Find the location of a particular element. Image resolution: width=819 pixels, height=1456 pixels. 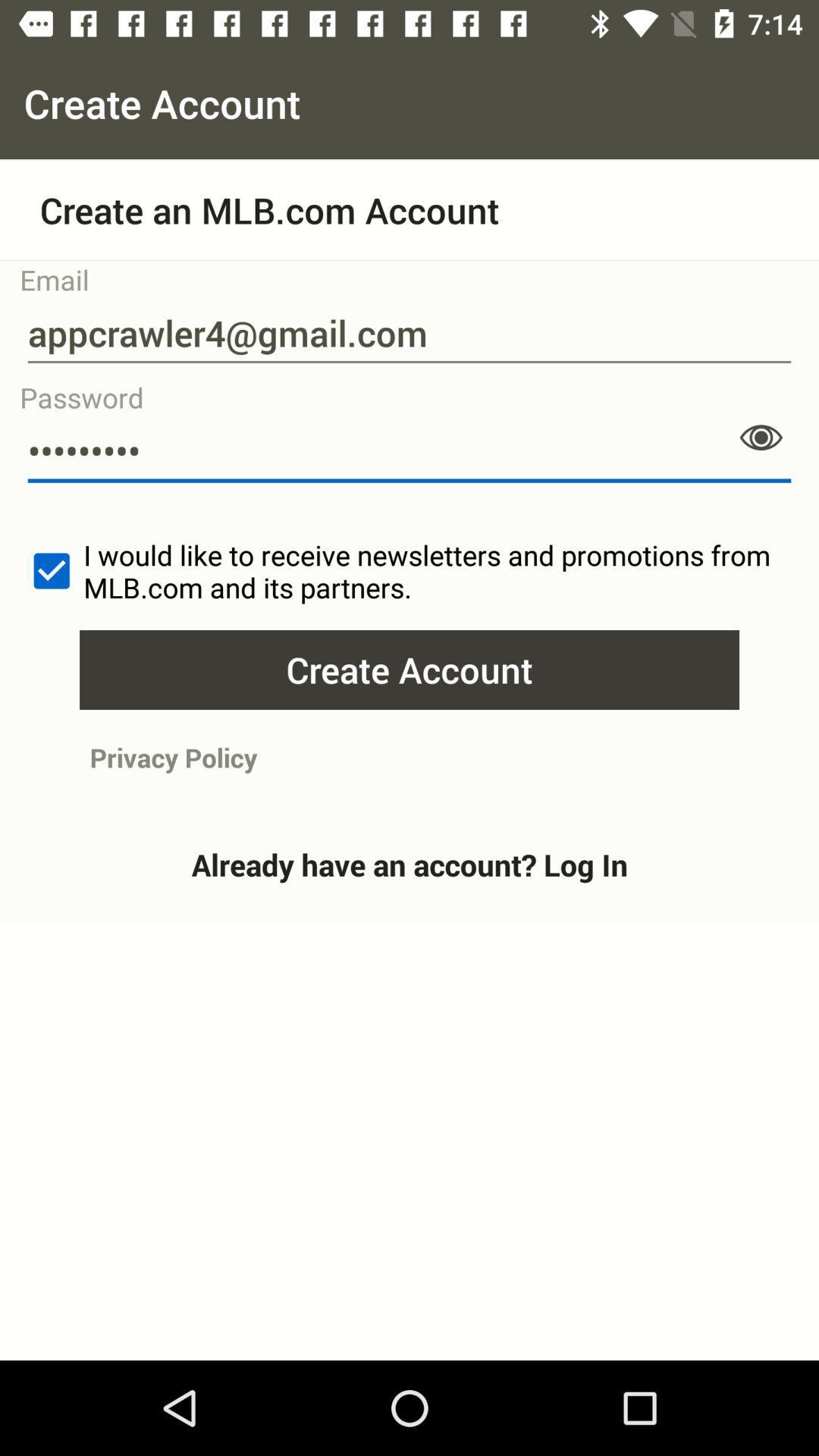

the visibility icon is located at coordinates (761, 437).